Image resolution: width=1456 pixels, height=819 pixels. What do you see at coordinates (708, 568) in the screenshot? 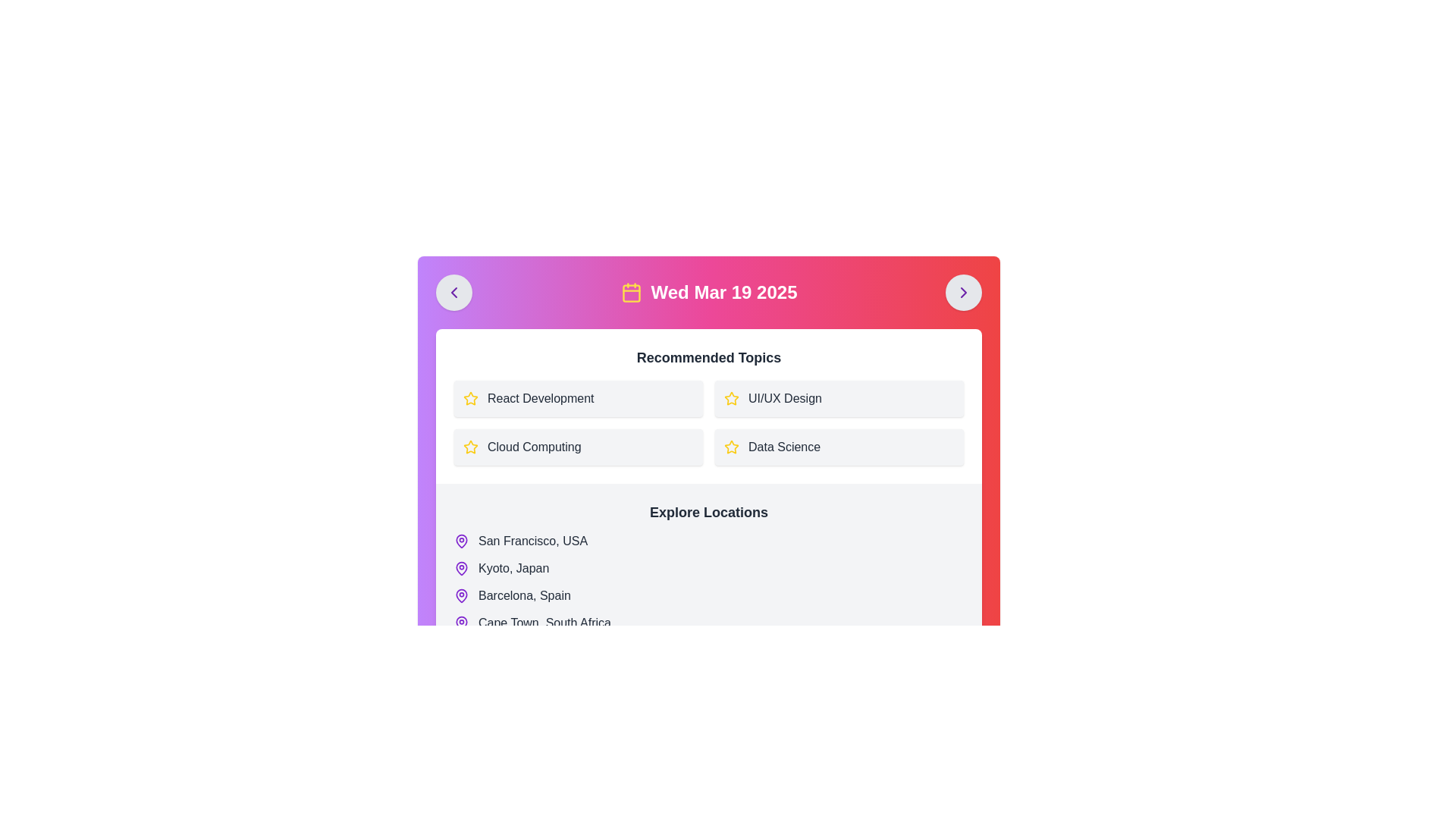
I see `the list item representing 'Kyoto, Japan', which is the second location in the 'Explore Locations' section, situated between 'San Francisco, USA' and 'Barcelona, Spain'` at bounding box center [708, 568].